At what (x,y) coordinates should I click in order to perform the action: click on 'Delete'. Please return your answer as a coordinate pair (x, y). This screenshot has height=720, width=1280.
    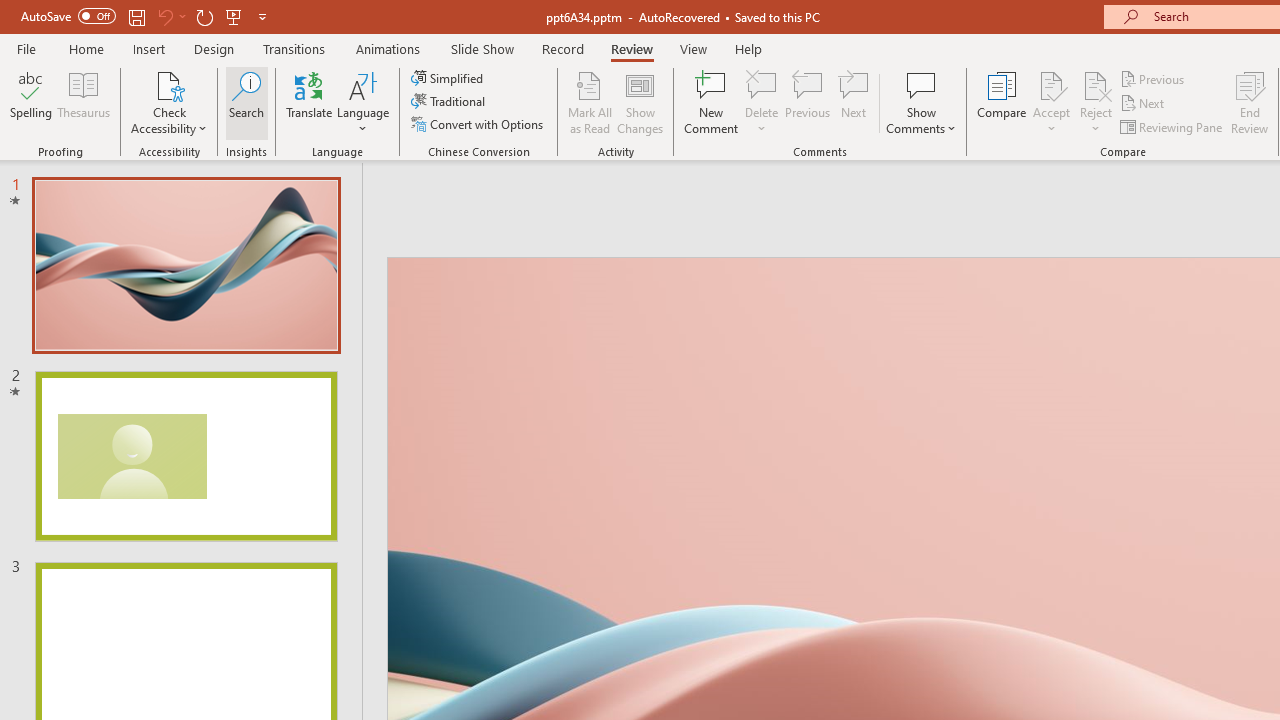
    Looking at the image, I should click on (761, 103).